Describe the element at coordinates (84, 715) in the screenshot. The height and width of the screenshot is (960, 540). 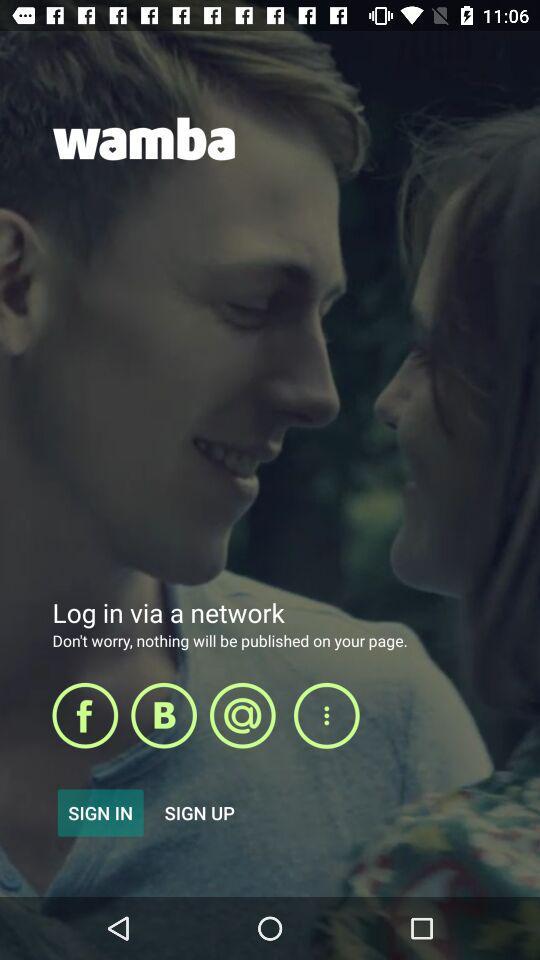
I see `facebook option` at that location.